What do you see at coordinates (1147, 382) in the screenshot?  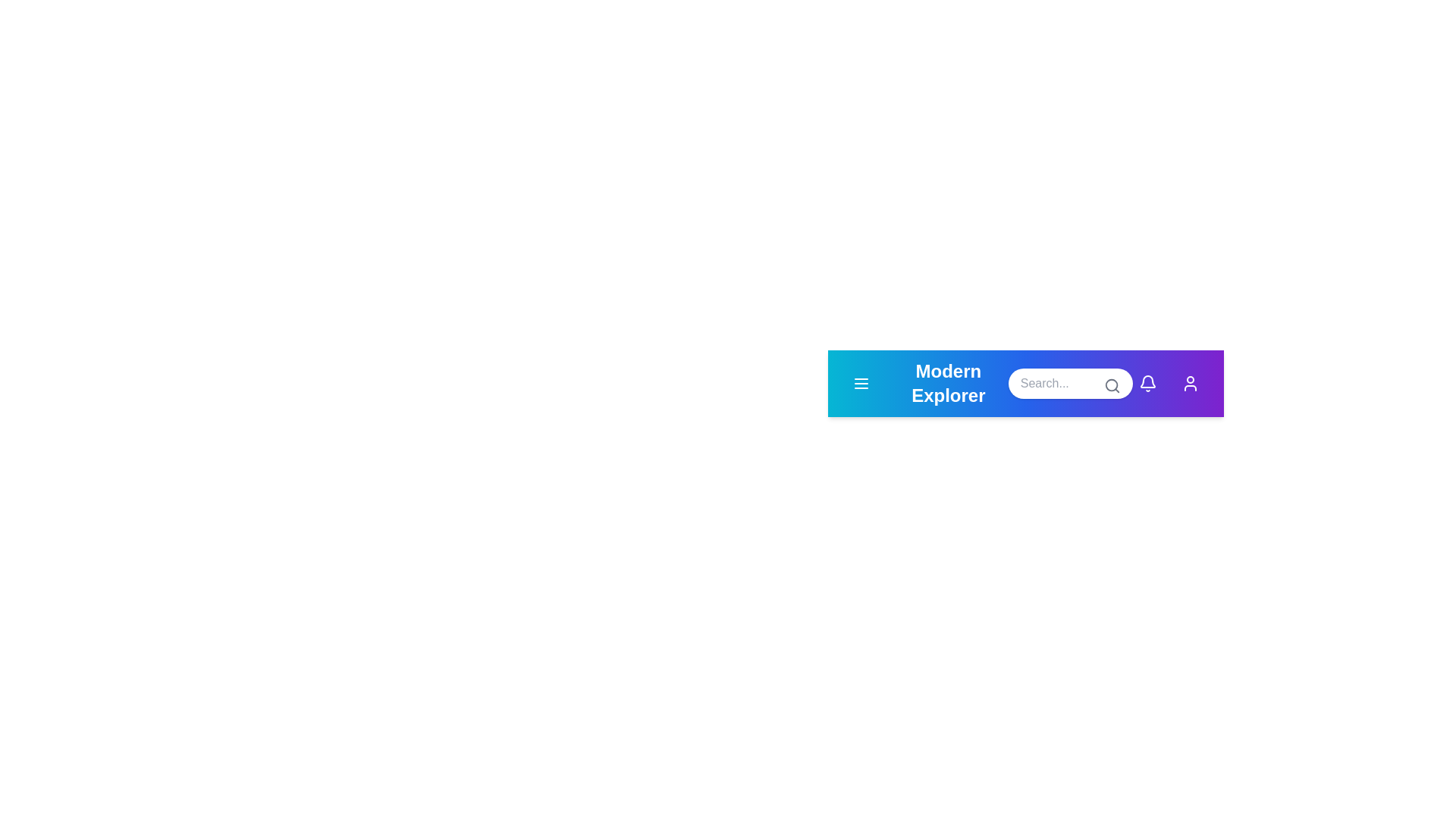 I see `the notification icon to view notifications` at bounding box center [1147, 382].